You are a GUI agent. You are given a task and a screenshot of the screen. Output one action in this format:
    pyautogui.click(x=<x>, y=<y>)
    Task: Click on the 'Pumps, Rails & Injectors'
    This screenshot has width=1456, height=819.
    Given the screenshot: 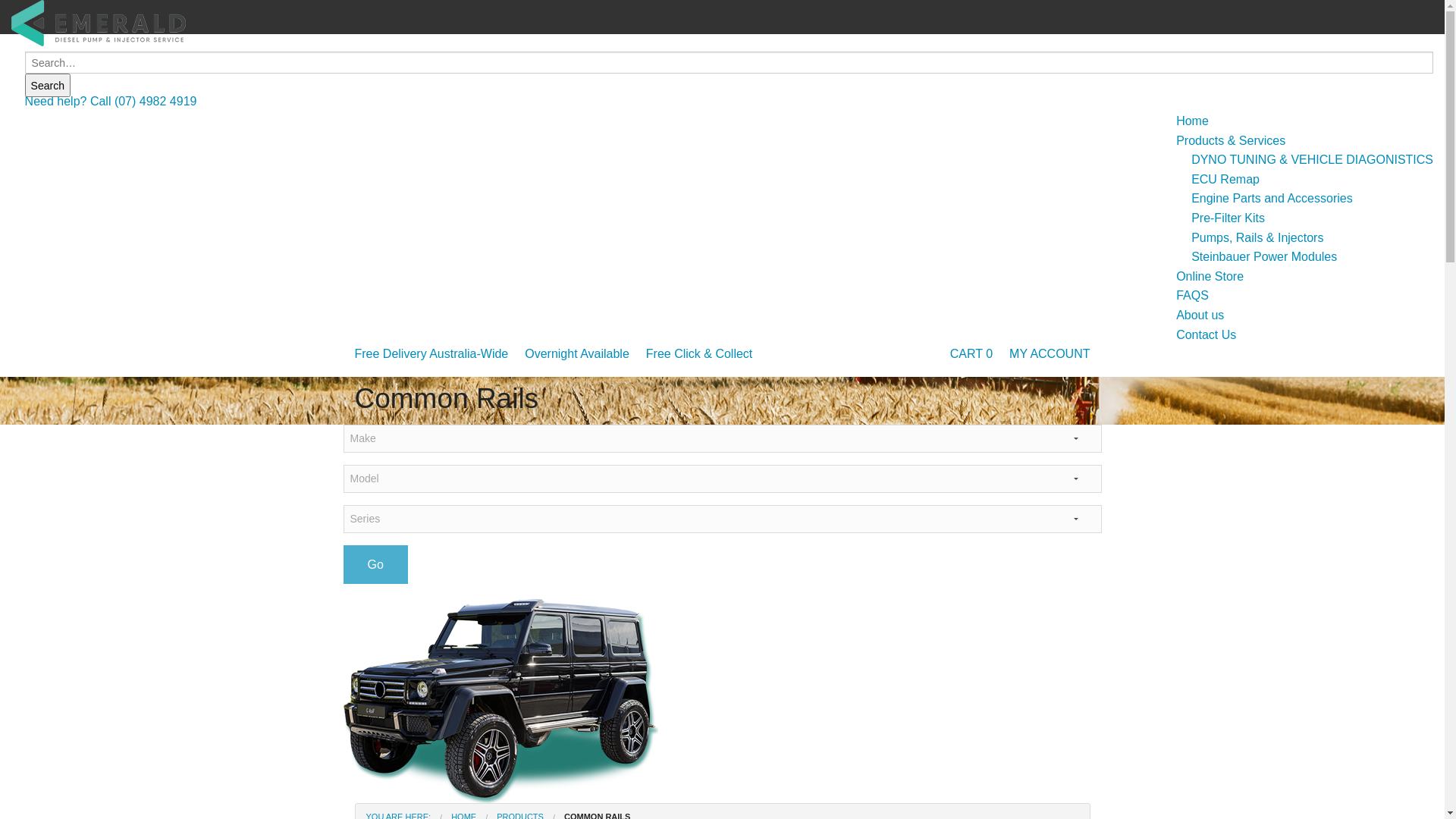 What is the action you would take?
    pyautogui.click(x=1257, y=237)
    